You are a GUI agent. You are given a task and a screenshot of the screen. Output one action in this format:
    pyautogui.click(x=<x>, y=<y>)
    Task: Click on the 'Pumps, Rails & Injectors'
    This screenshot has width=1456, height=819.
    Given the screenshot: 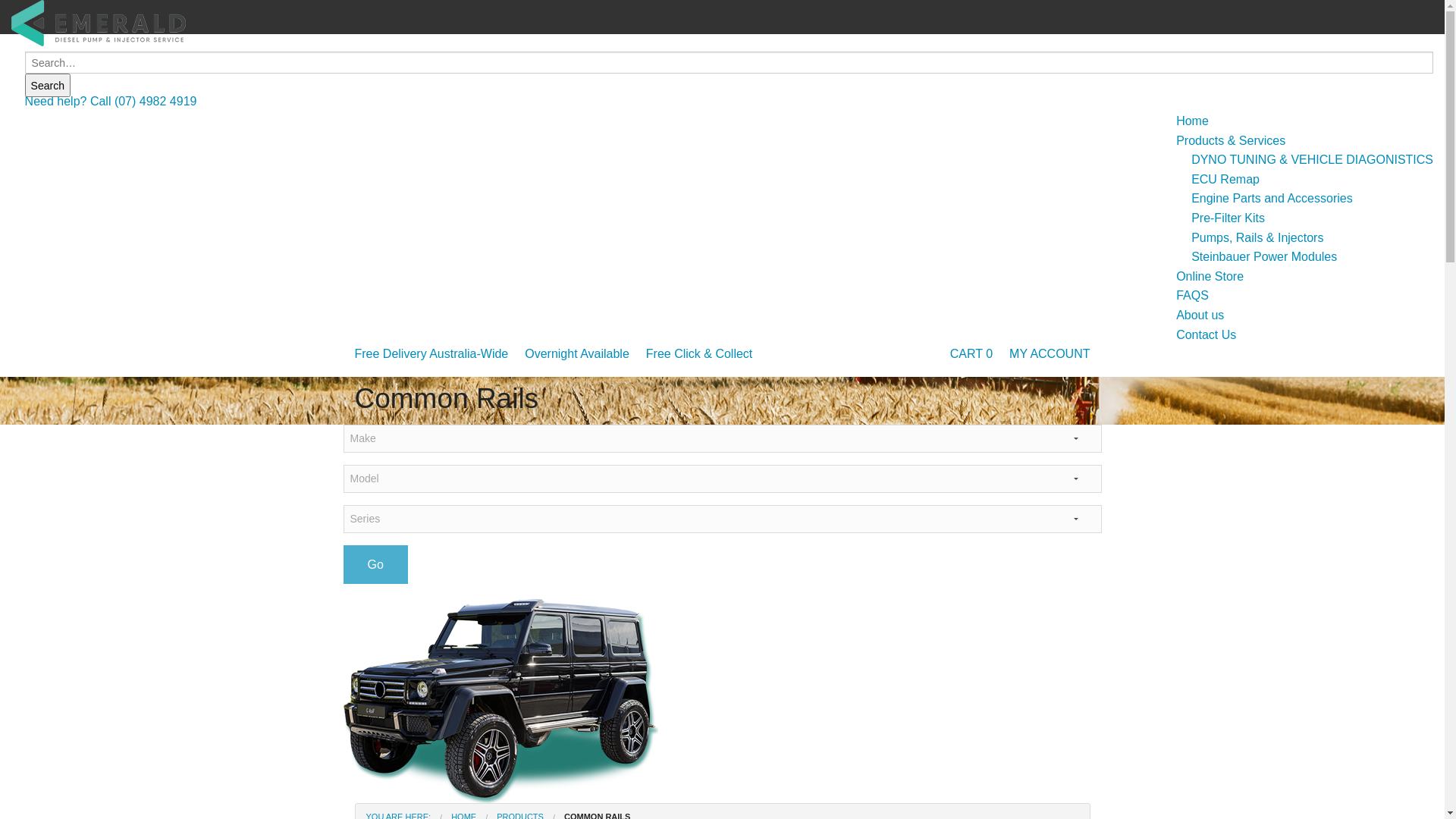 What is the action you would take?
    pyautogui.click(x=1257, y=237)
    